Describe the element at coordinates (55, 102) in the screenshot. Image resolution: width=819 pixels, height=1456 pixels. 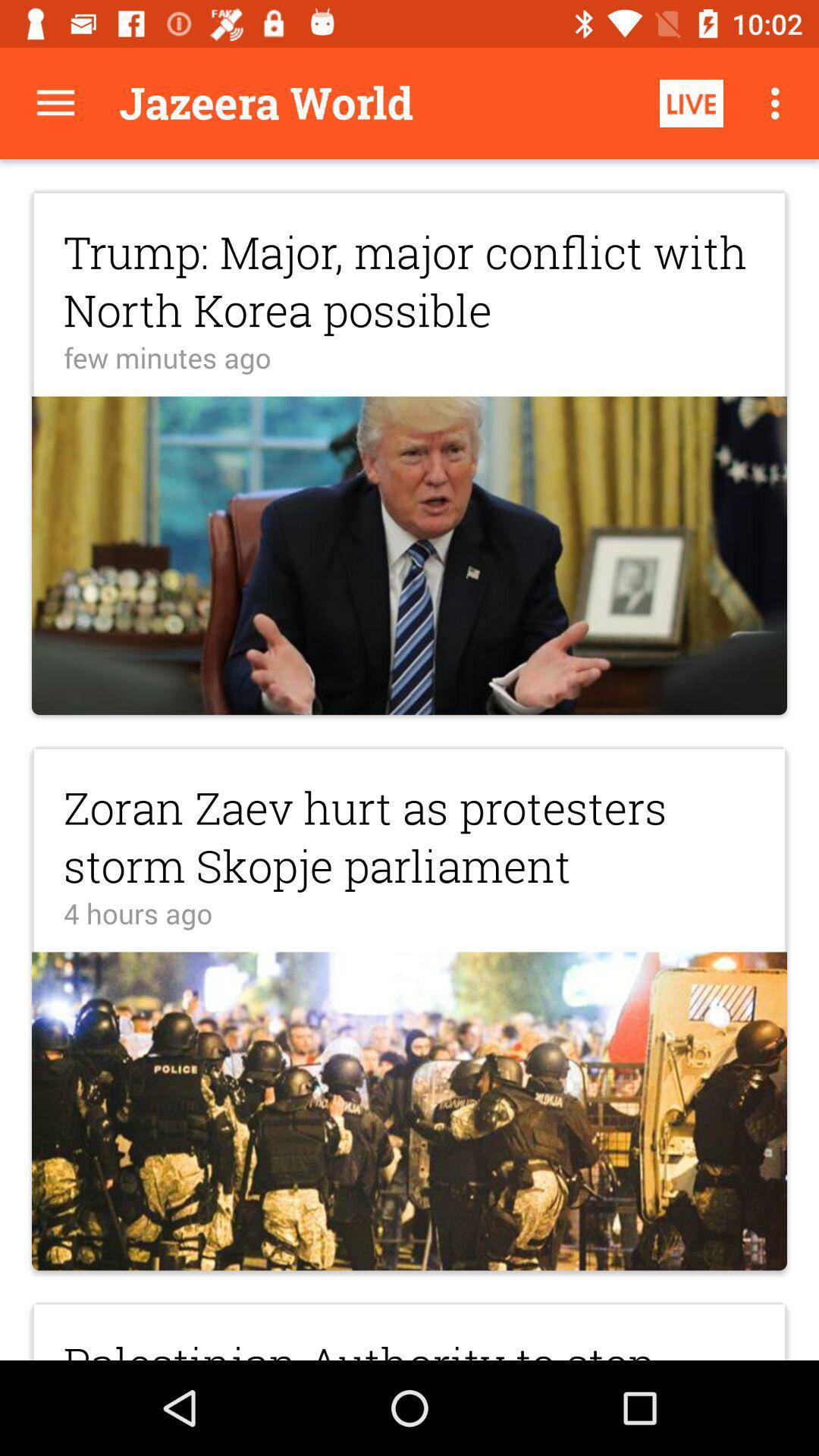
I see `display more options` at that location.